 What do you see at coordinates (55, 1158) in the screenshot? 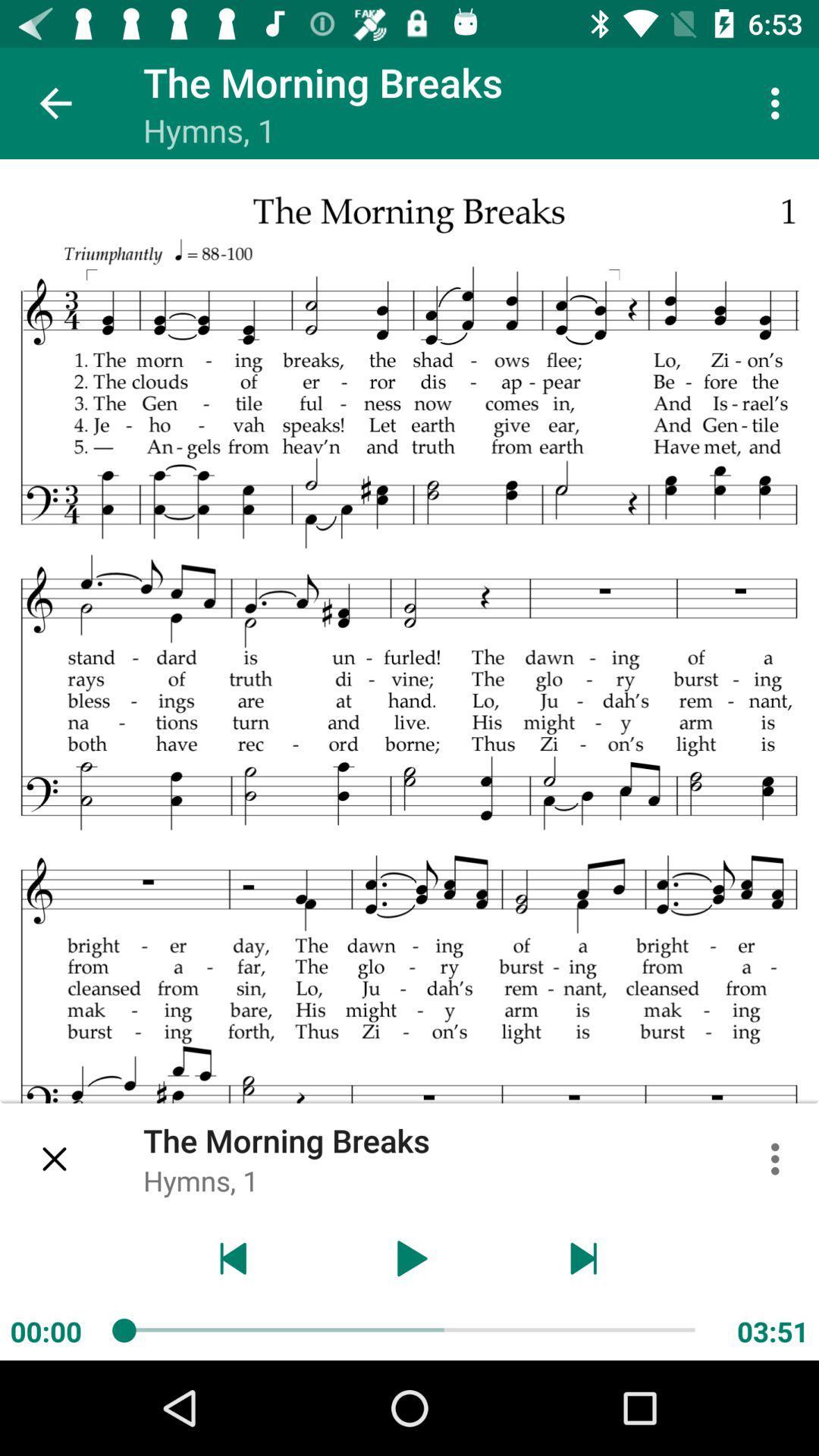
I see `exit song` at bounding box center [55, 1158].